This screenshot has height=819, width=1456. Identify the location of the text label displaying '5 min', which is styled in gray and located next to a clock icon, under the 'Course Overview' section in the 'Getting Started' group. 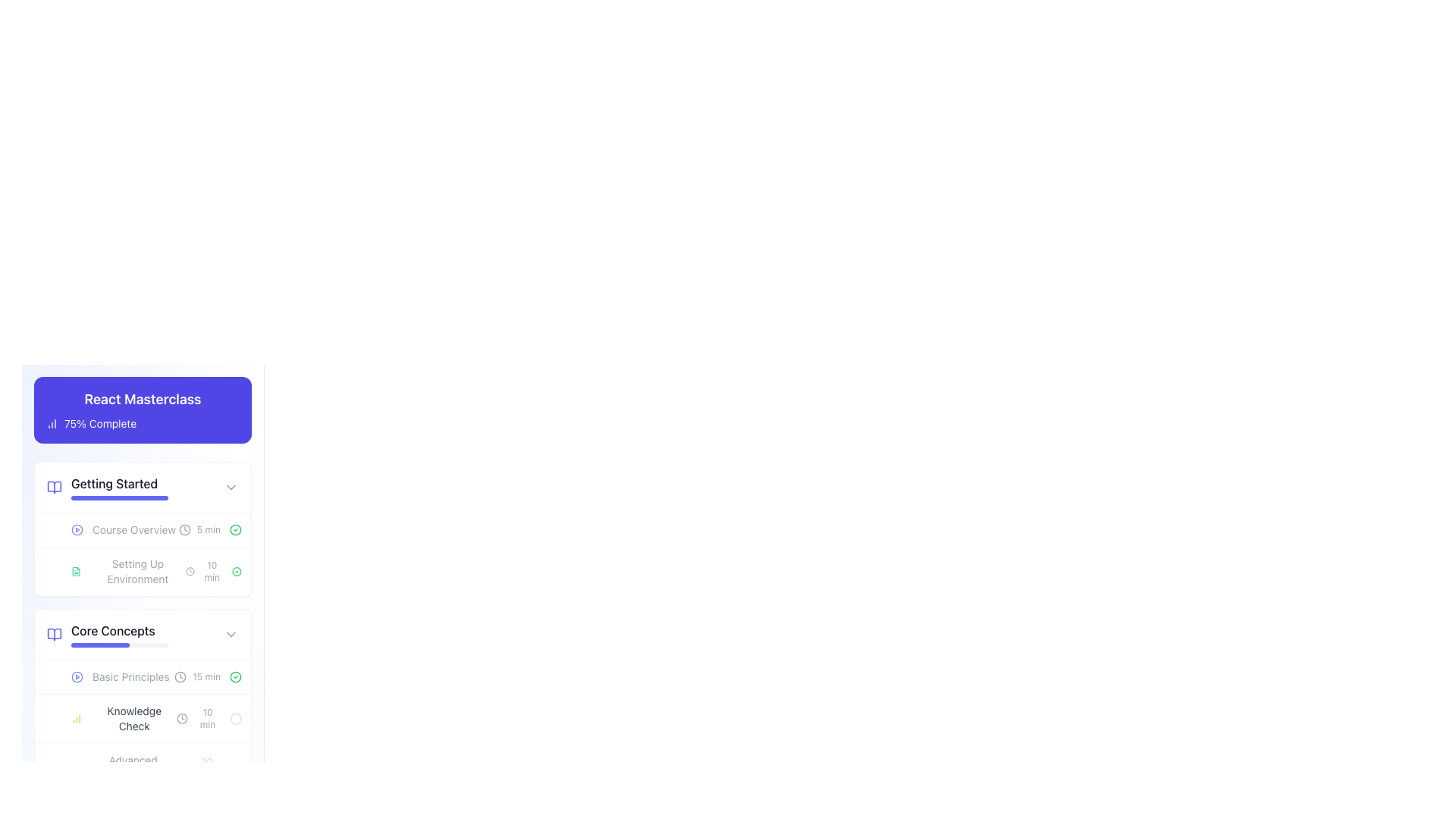
(208, 529).